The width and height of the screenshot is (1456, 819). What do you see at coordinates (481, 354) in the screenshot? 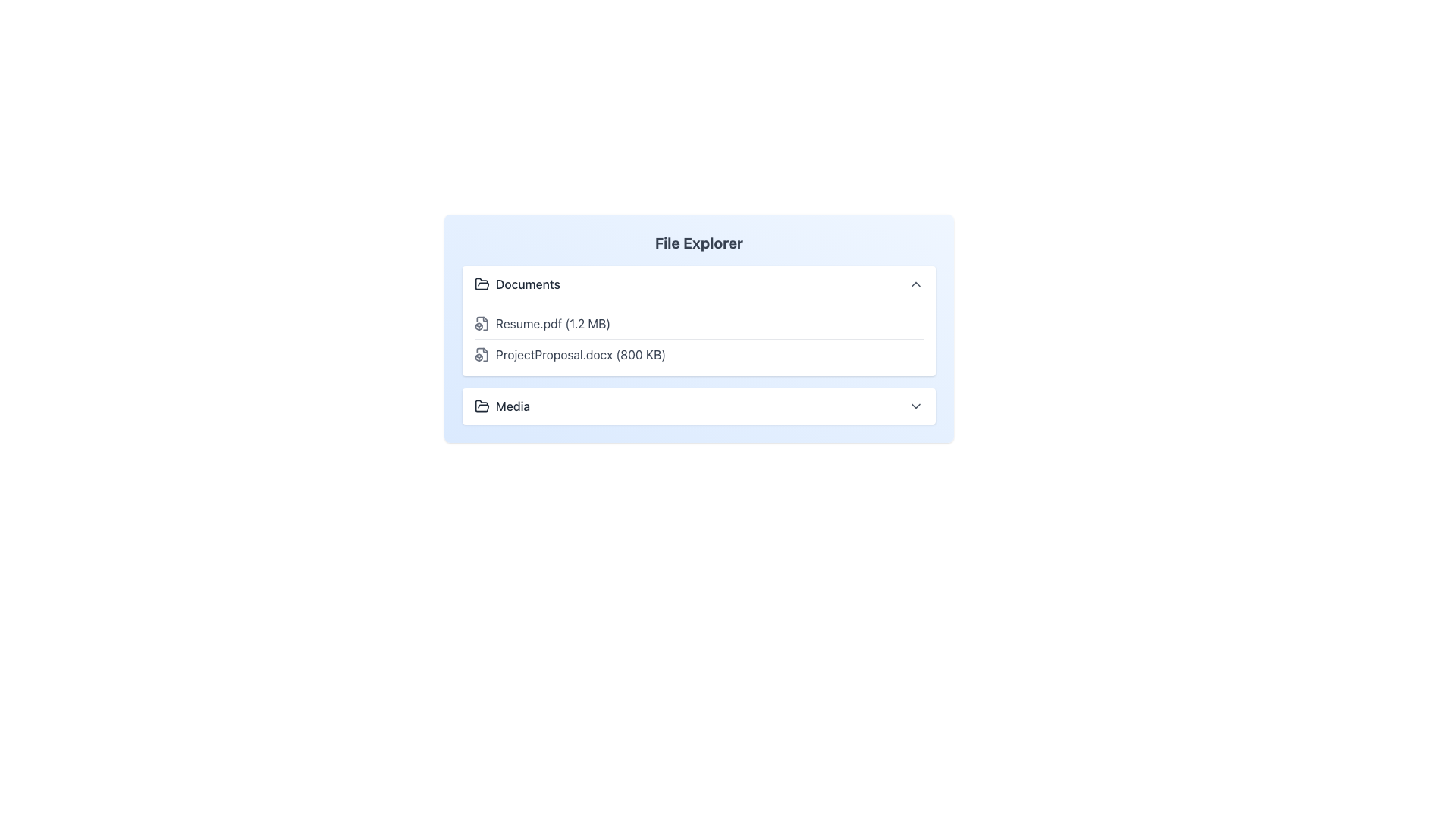
I see `the file type icon for 'ProjectProposal.docx (800 KB)', which is a grey document icon with a 3D box design, located in the second position within the file list in the 'File Explorer'` at bounding box center [481, 354].